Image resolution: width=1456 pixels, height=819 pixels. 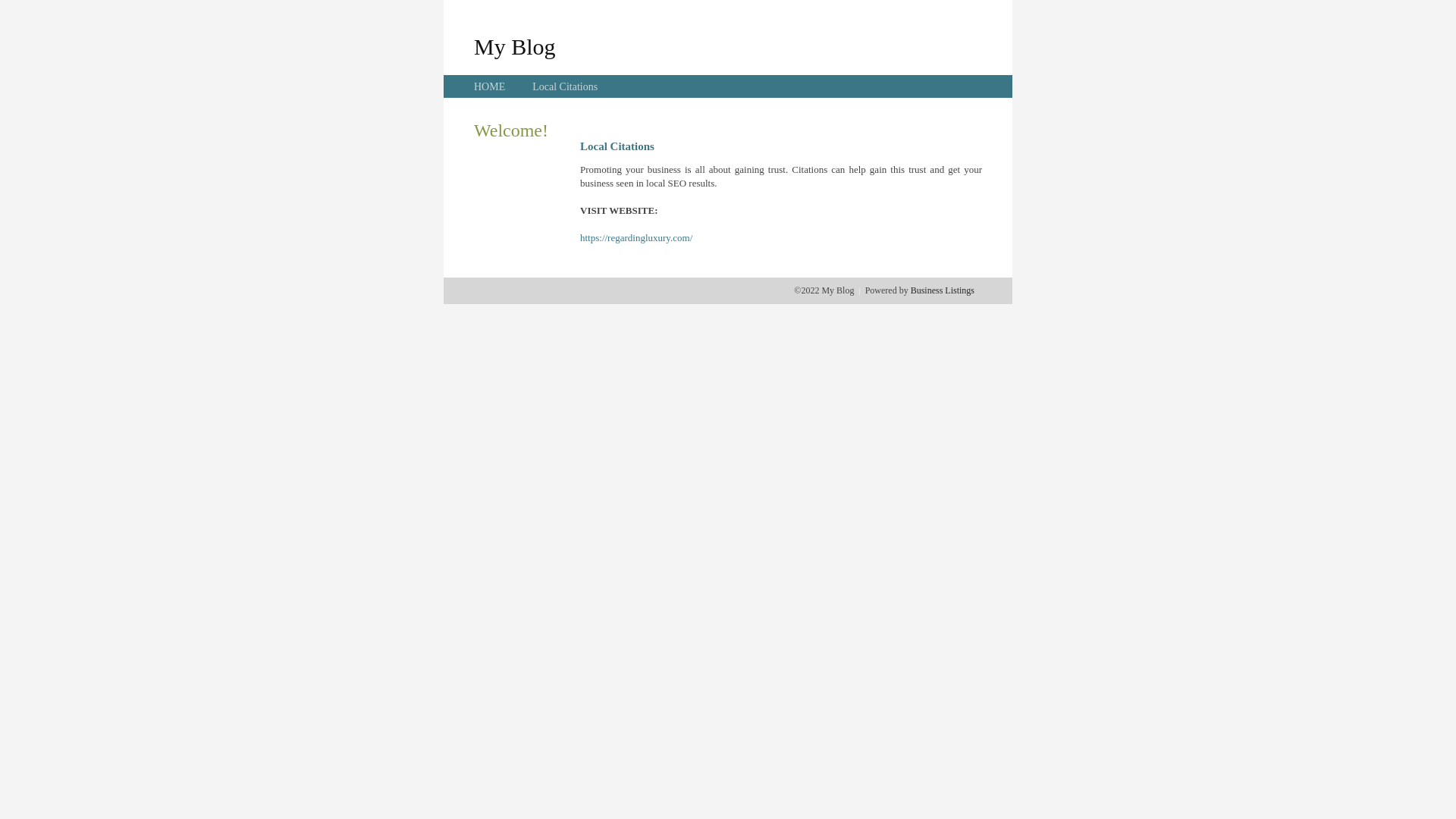 I want to click on 'My Blog', so click(x=472, y=45).